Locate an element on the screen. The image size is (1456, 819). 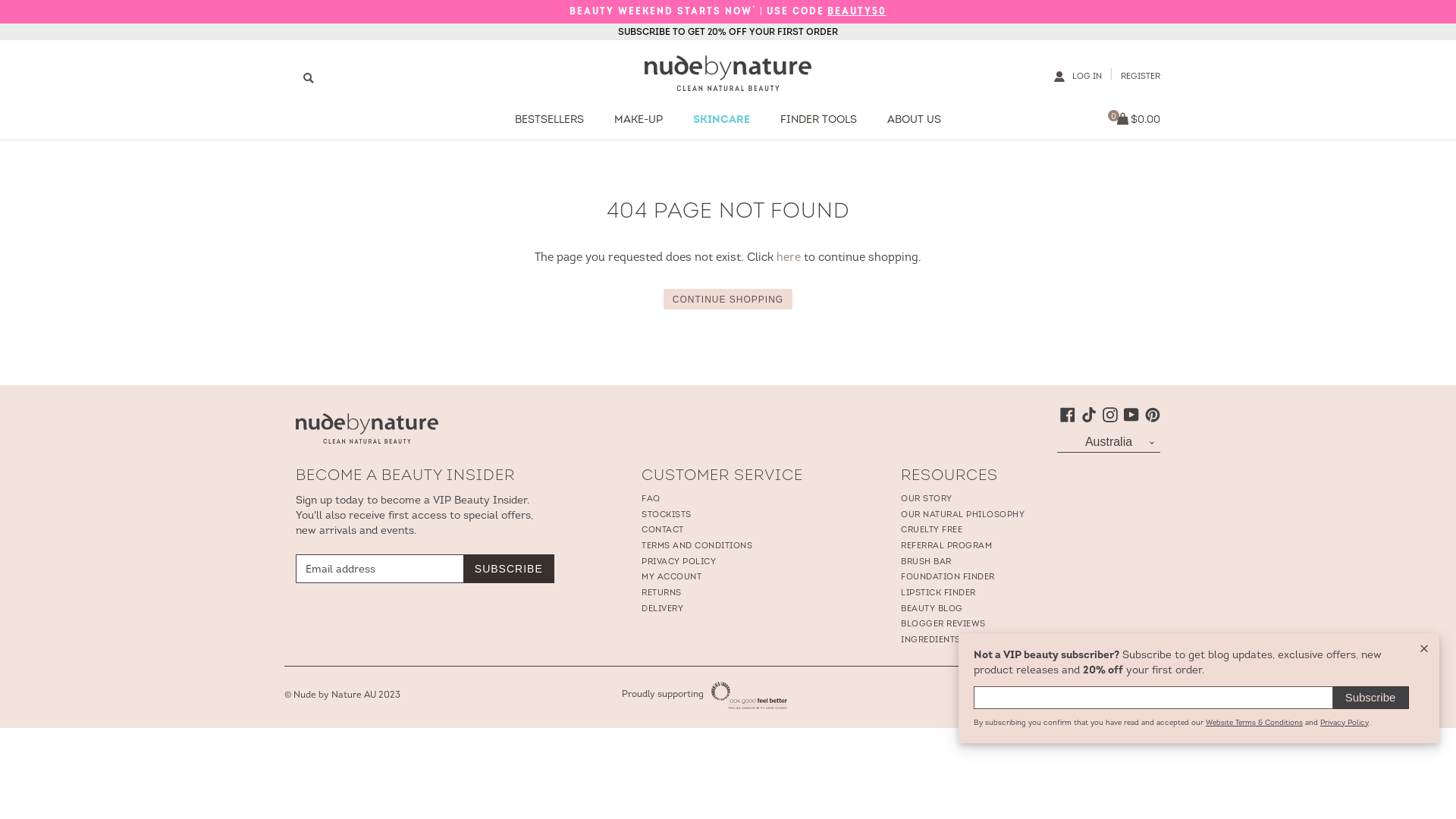
'BEAUTY BLOG' is located at coordinates (901, 608).